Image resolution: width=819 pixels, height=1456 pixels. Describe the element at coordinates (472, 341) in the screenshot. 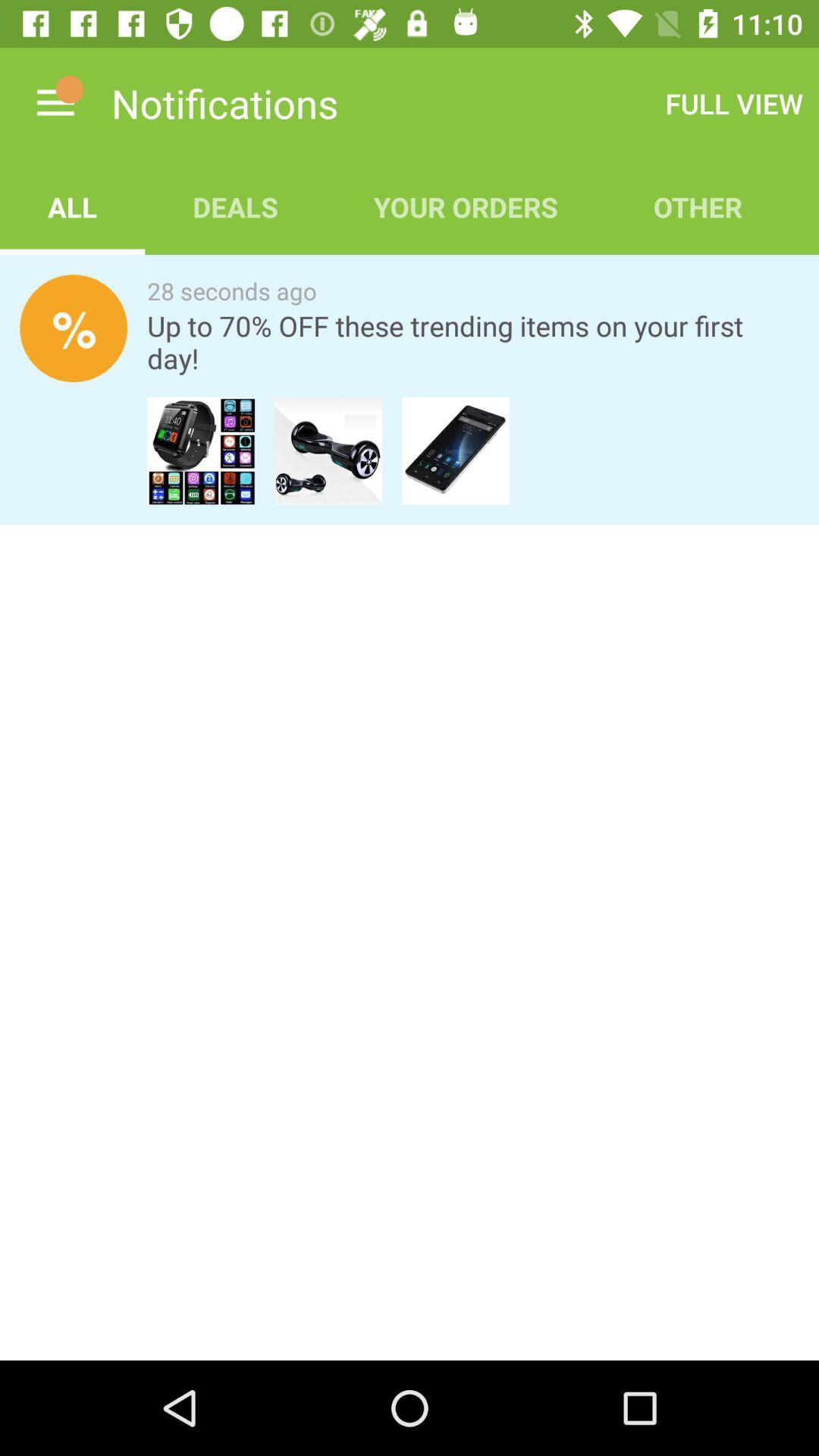

I see `the up to 70` at that location.